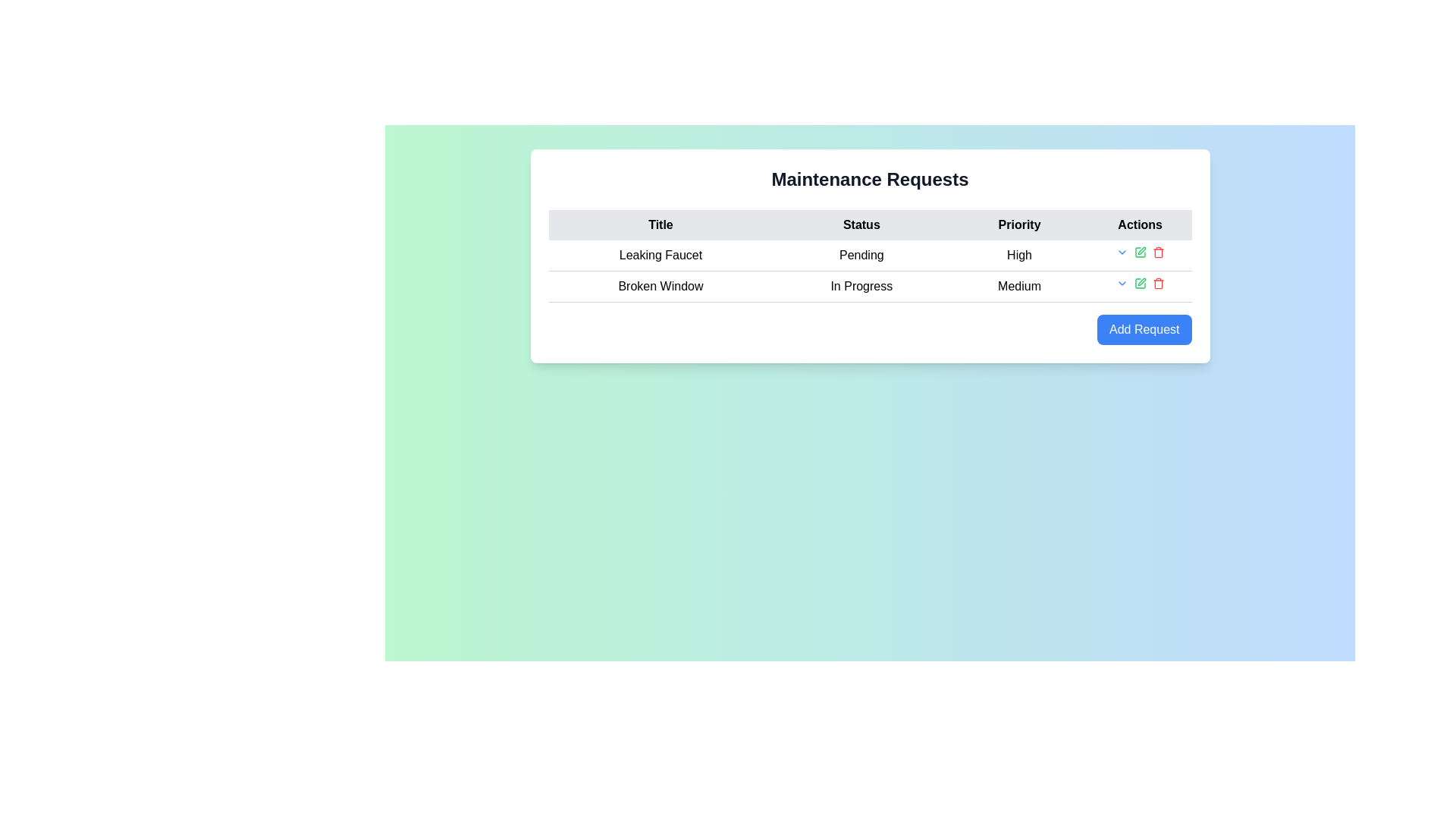 This screenshot has height=819, width=1456. I want to click on the edit button located in the 'Actions' column of the second row for the 'Broken Window' request, so click(1140, 284).